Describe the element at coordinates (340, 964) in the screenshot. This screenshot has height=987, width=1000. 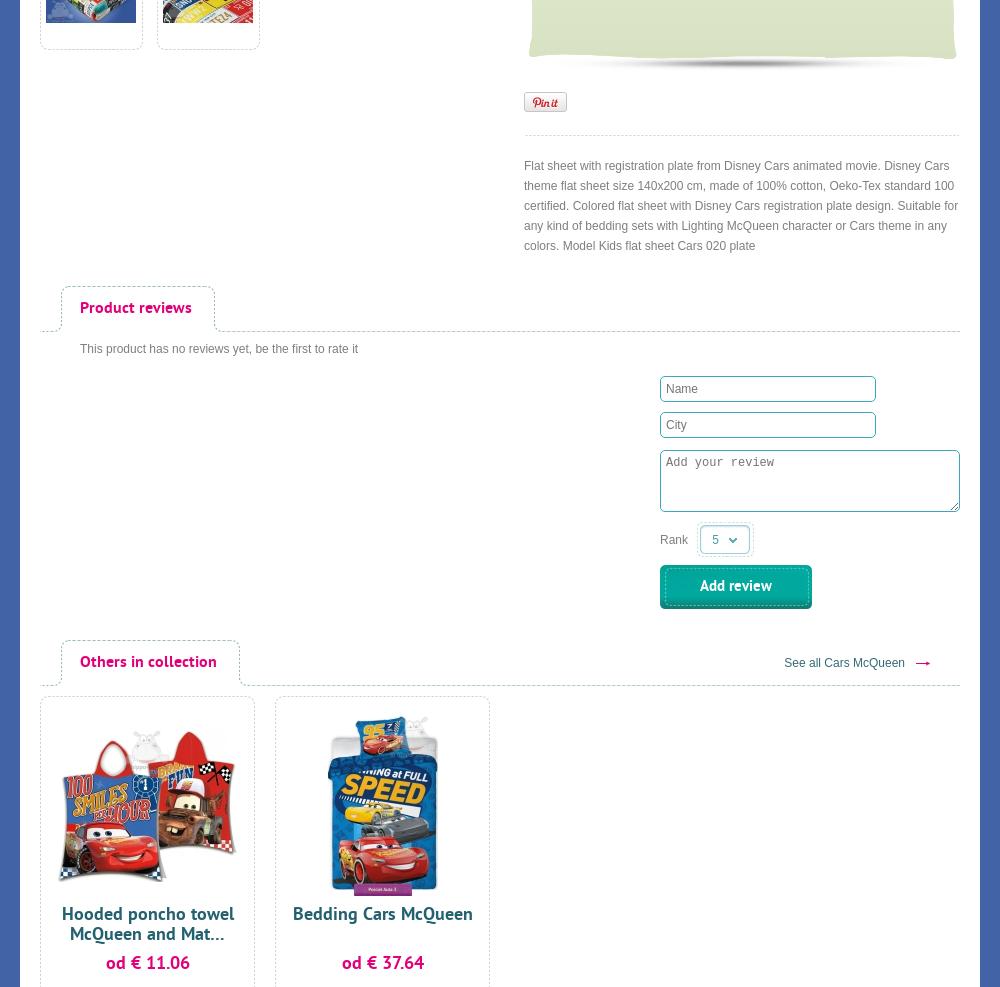
I see `'od € 37.64'` at that location.